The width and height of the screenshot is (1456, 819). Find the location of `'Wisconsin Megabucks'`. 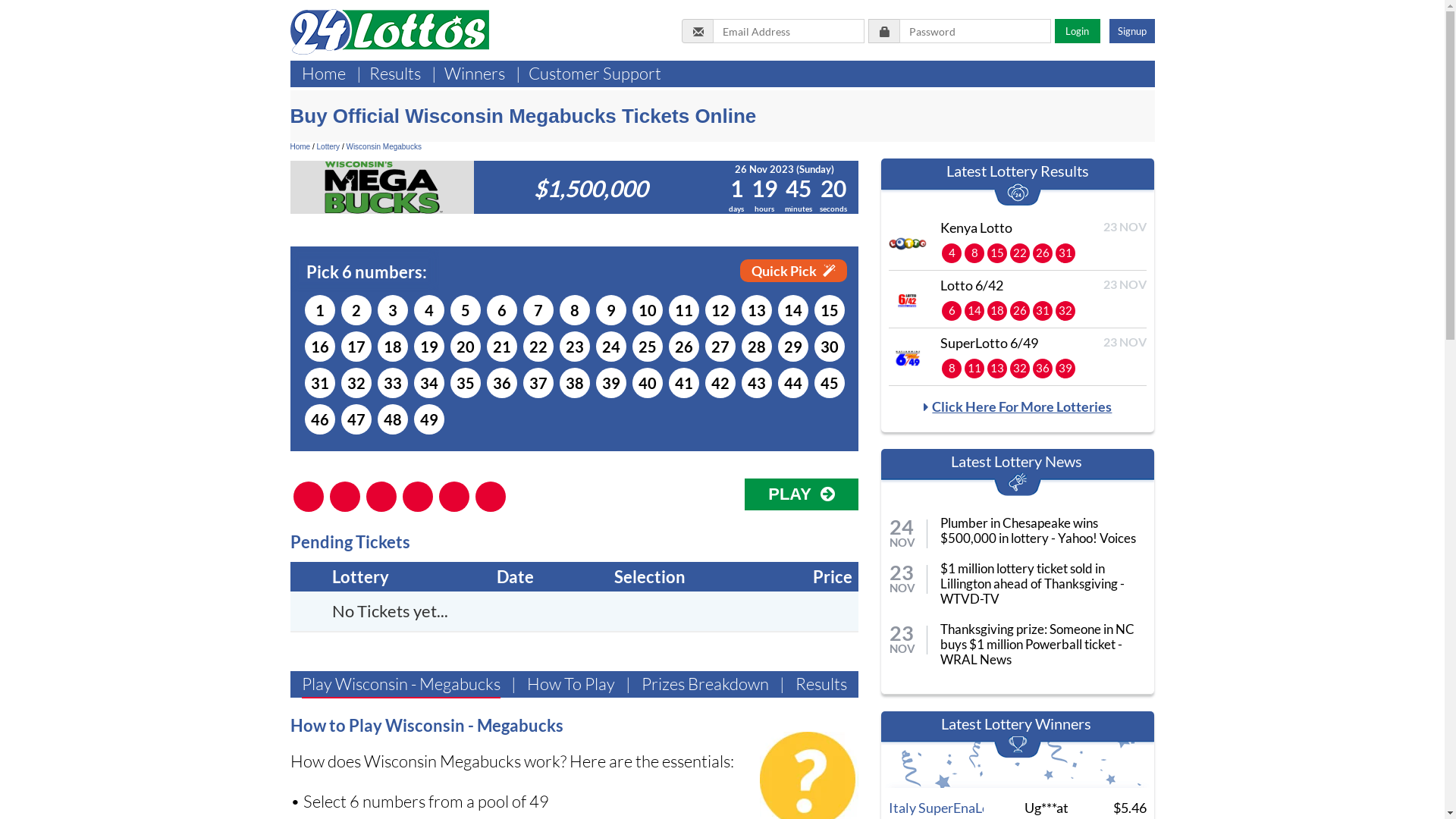

'Wisconsin Megabucks' is located at coordinates (383, 146).